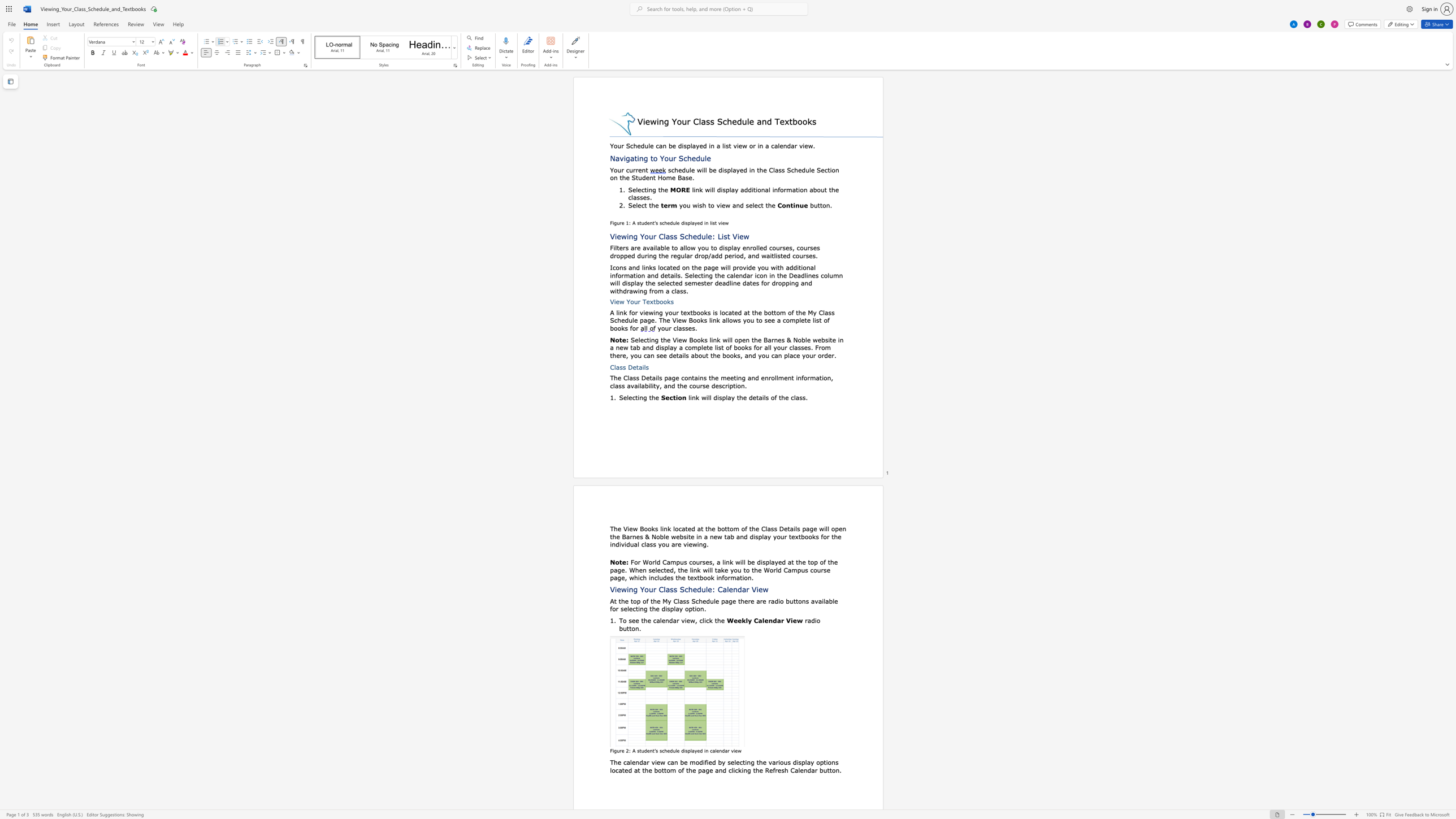 This screenshot has height=819, width=1456. Describe the element at coordinates (723, 205) in the screenshot. I see `the 1th character "e" in the text` at that location.